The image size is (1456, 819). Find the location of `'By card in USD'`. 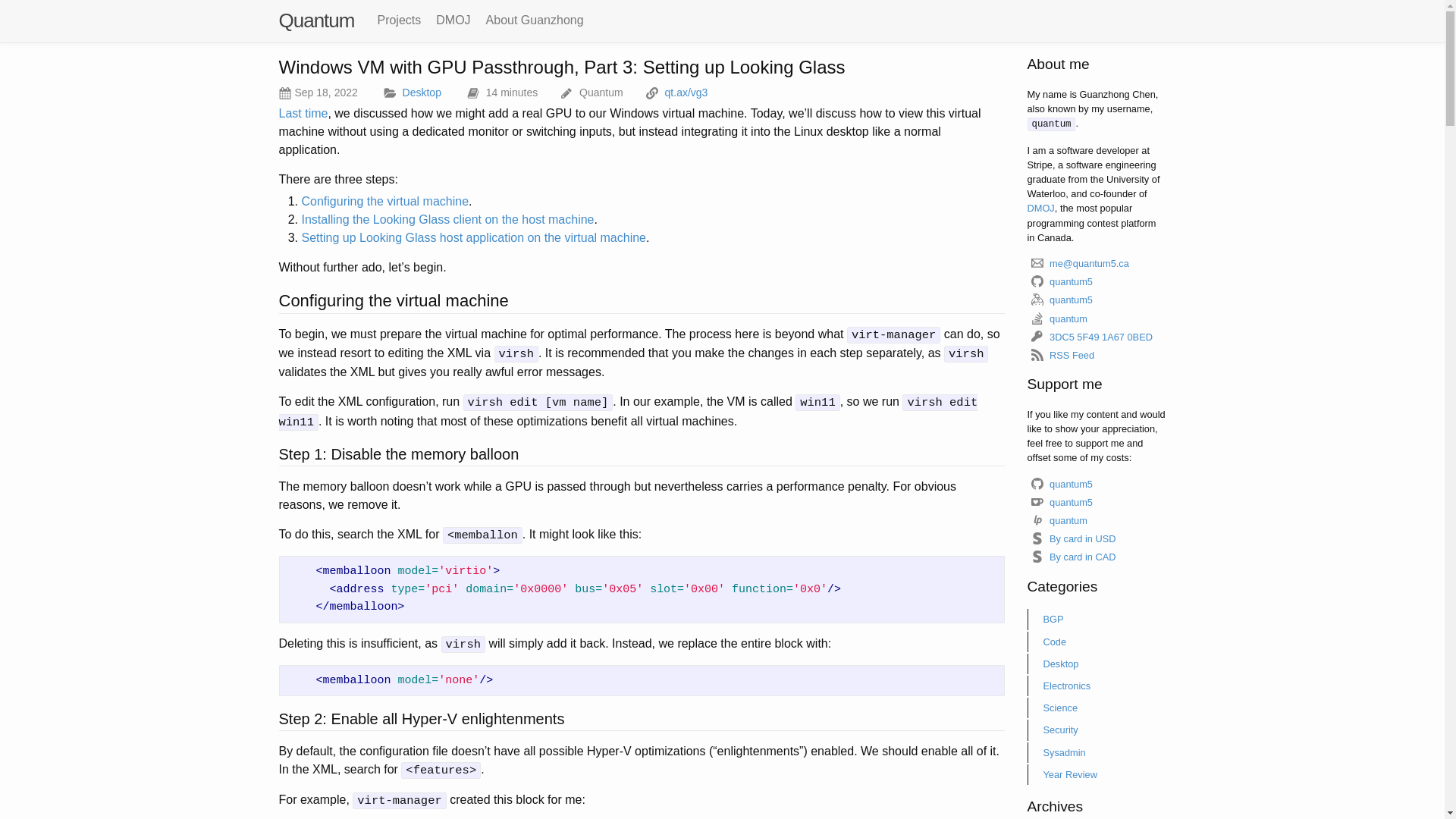

'By card in USD' is located at coordinates (1026, 538).